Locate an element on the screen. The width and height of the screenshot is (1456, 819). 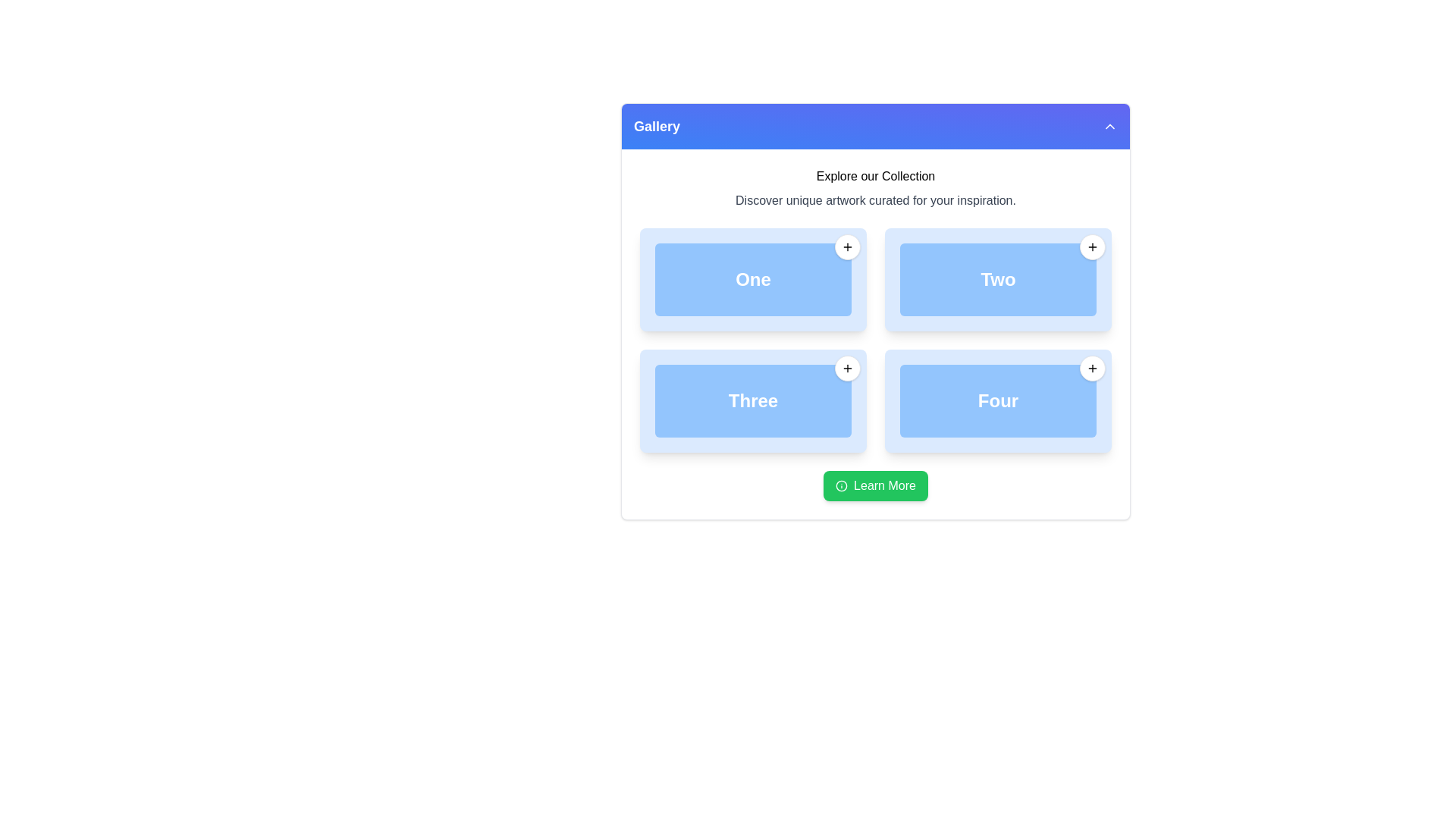
the plus icon inside the circular white button located at the top-right corner of the blue rectangular card labeled 'Two' is located at coordinates (1092, 246).